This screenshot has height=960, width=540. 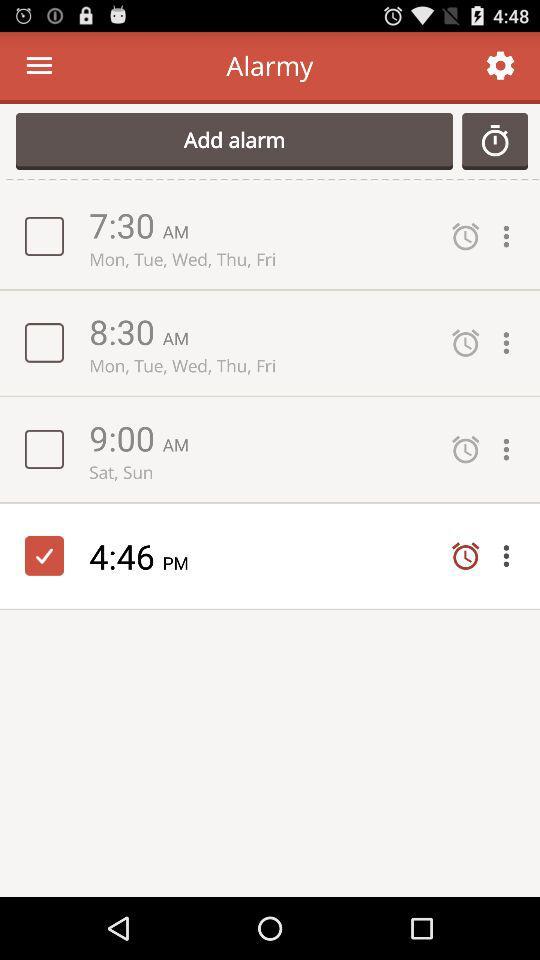 I want to click on icon above the 4:46 item, so click(x=260, y=472).